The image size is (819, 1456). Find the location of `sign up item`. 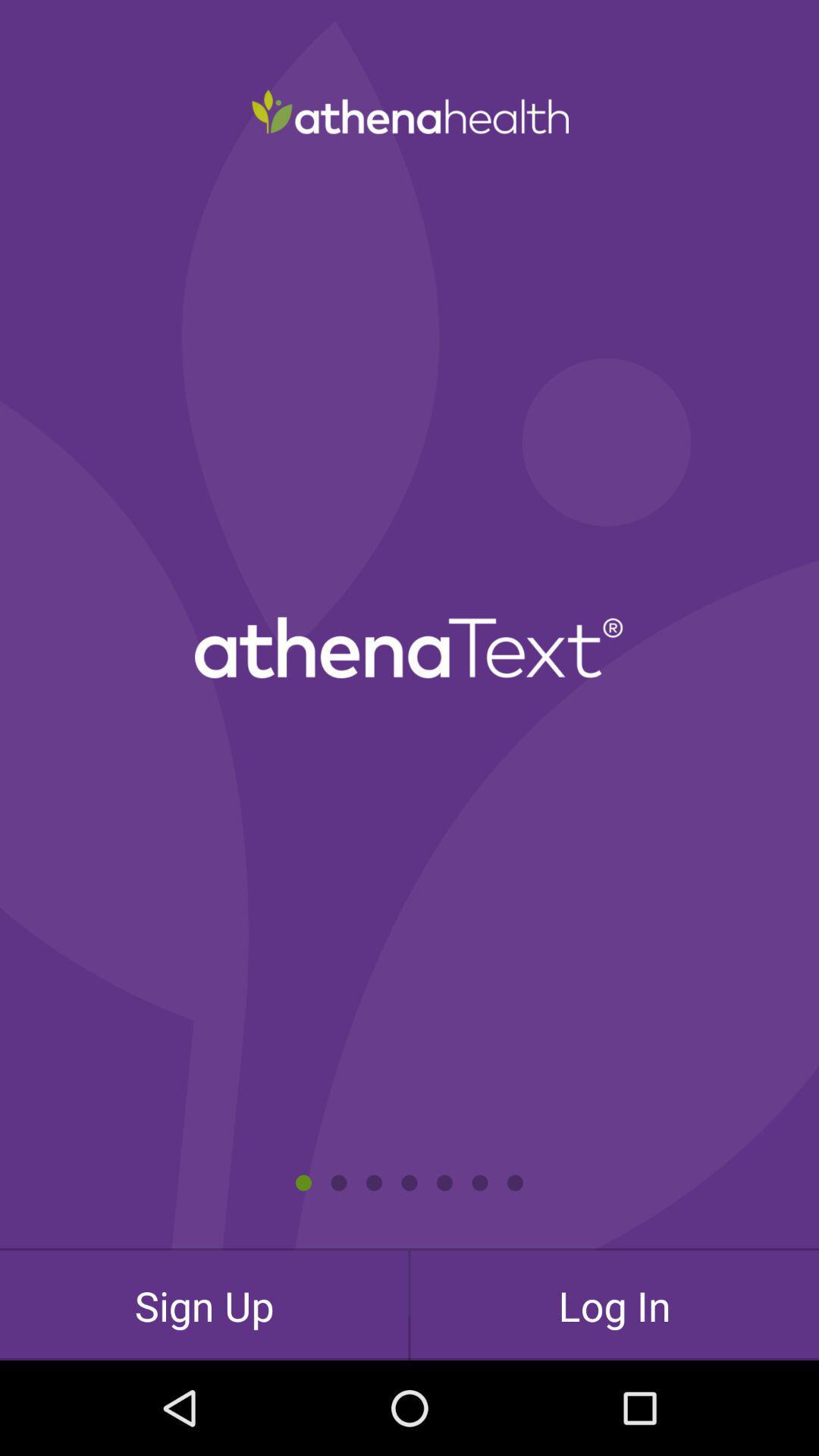

sign up item is located at coordinates (203, 1304).